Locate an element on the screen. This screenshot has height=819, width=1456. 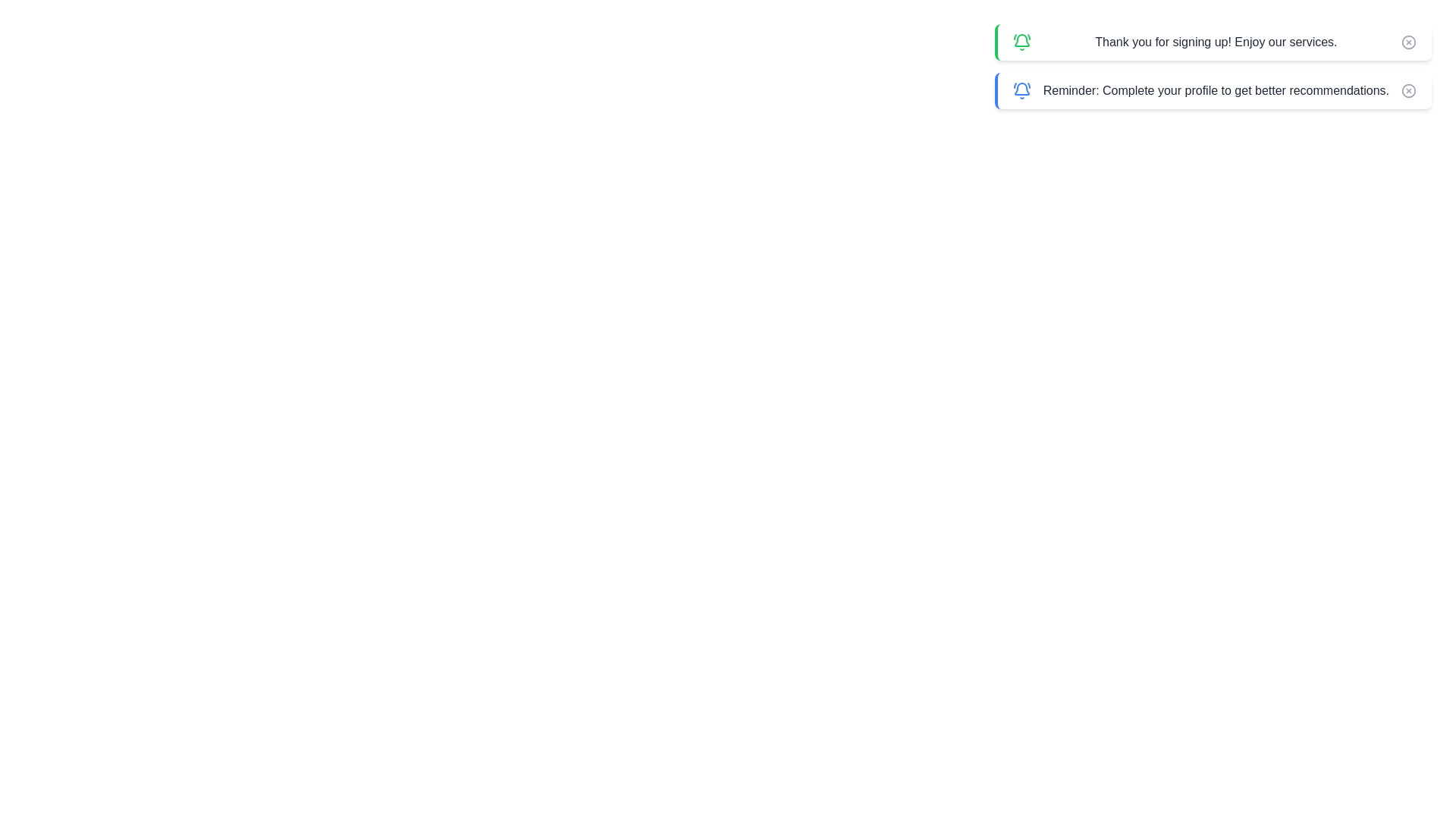
the notification with the text 'Thank you for signing up! Enjoy our services.' is located at coordinates (1212, 42).